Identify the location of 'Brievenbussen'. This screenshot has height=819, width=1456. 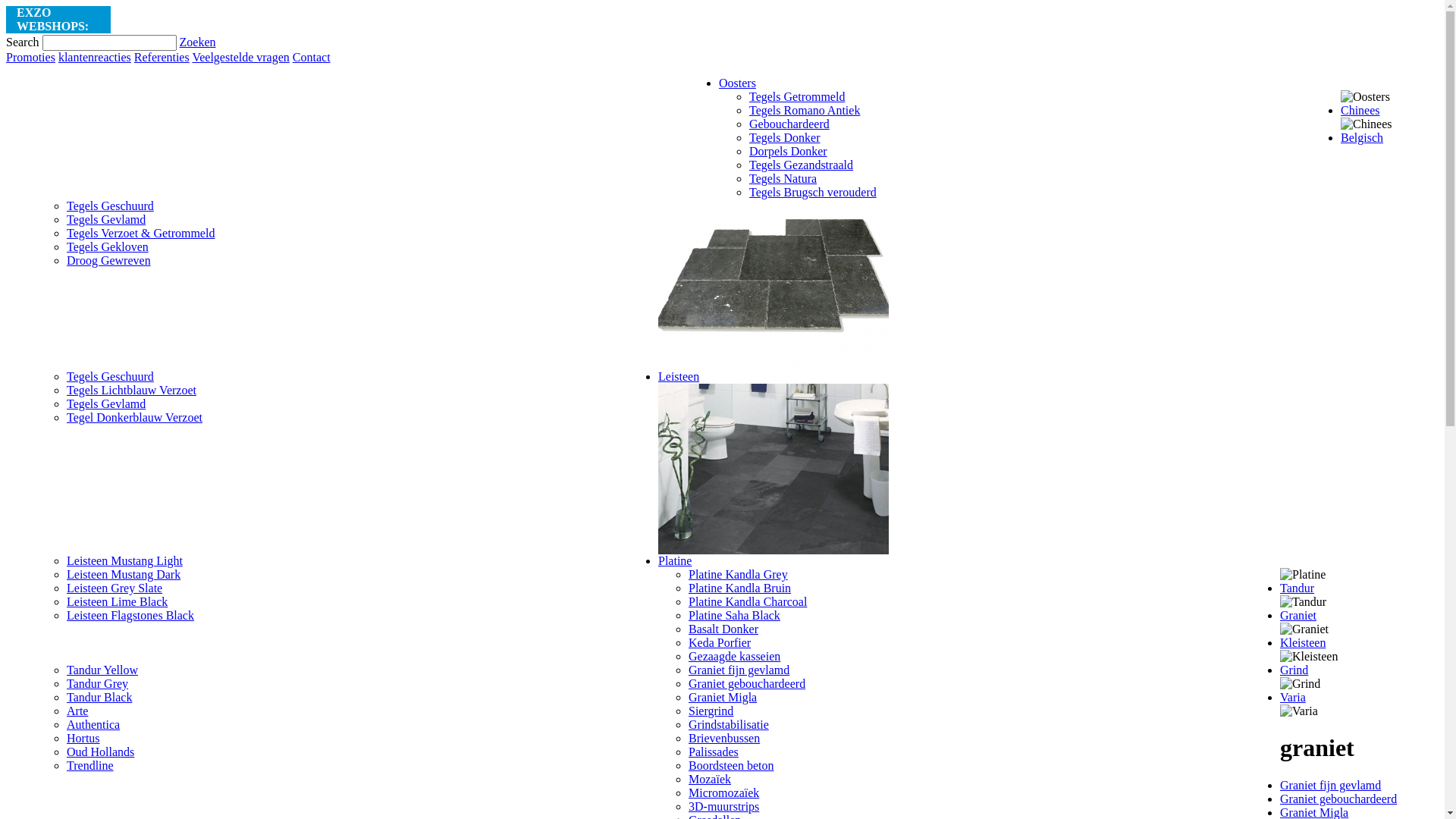
(723, 737).